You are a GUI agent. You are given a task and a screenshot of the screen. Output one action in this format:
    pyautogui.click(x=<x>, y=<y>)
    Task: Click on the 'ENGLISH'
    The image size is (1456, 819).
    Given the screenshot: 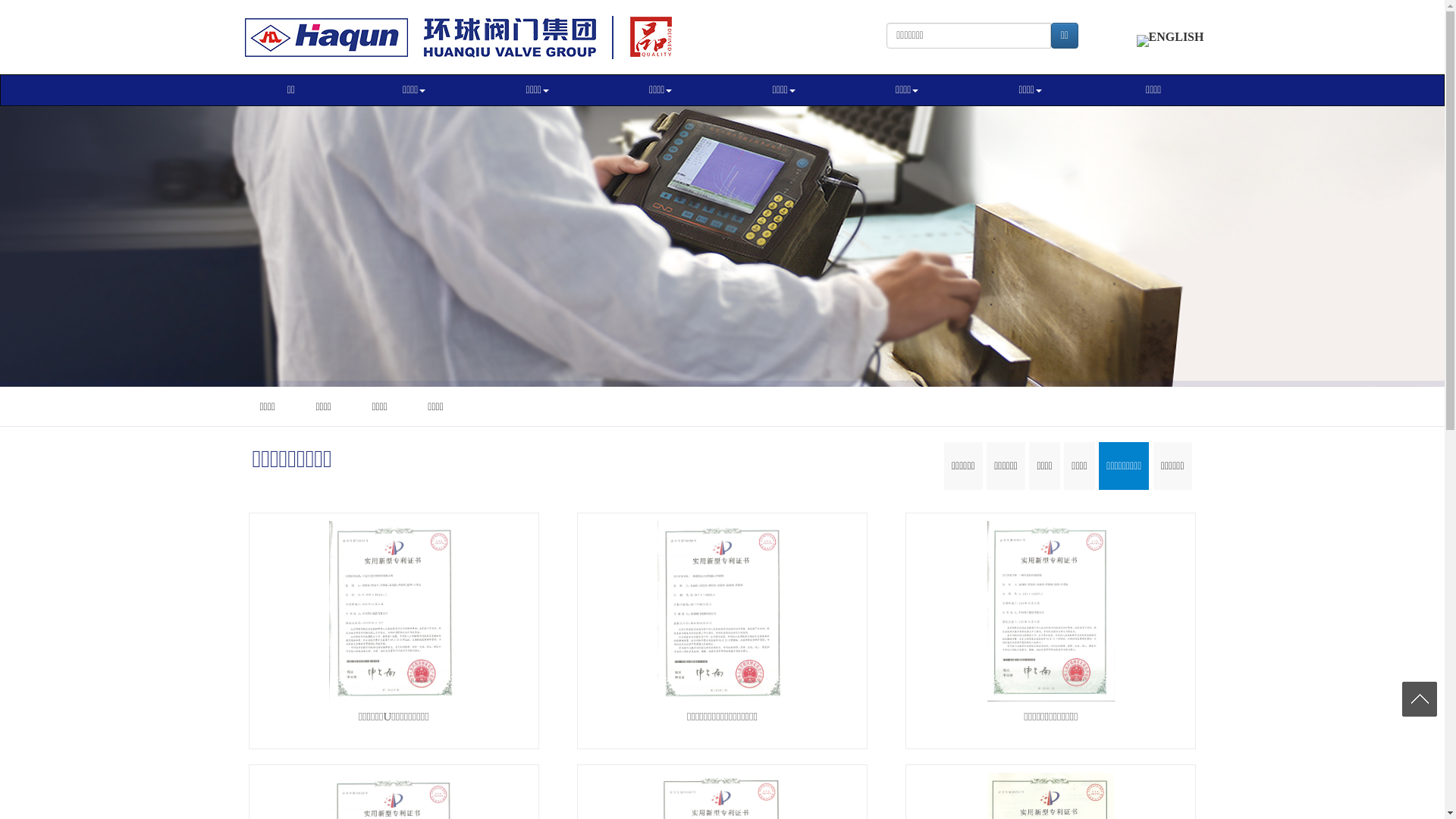 What is the action you would take?
    pyautogui.click(x=1169, y=36)
    